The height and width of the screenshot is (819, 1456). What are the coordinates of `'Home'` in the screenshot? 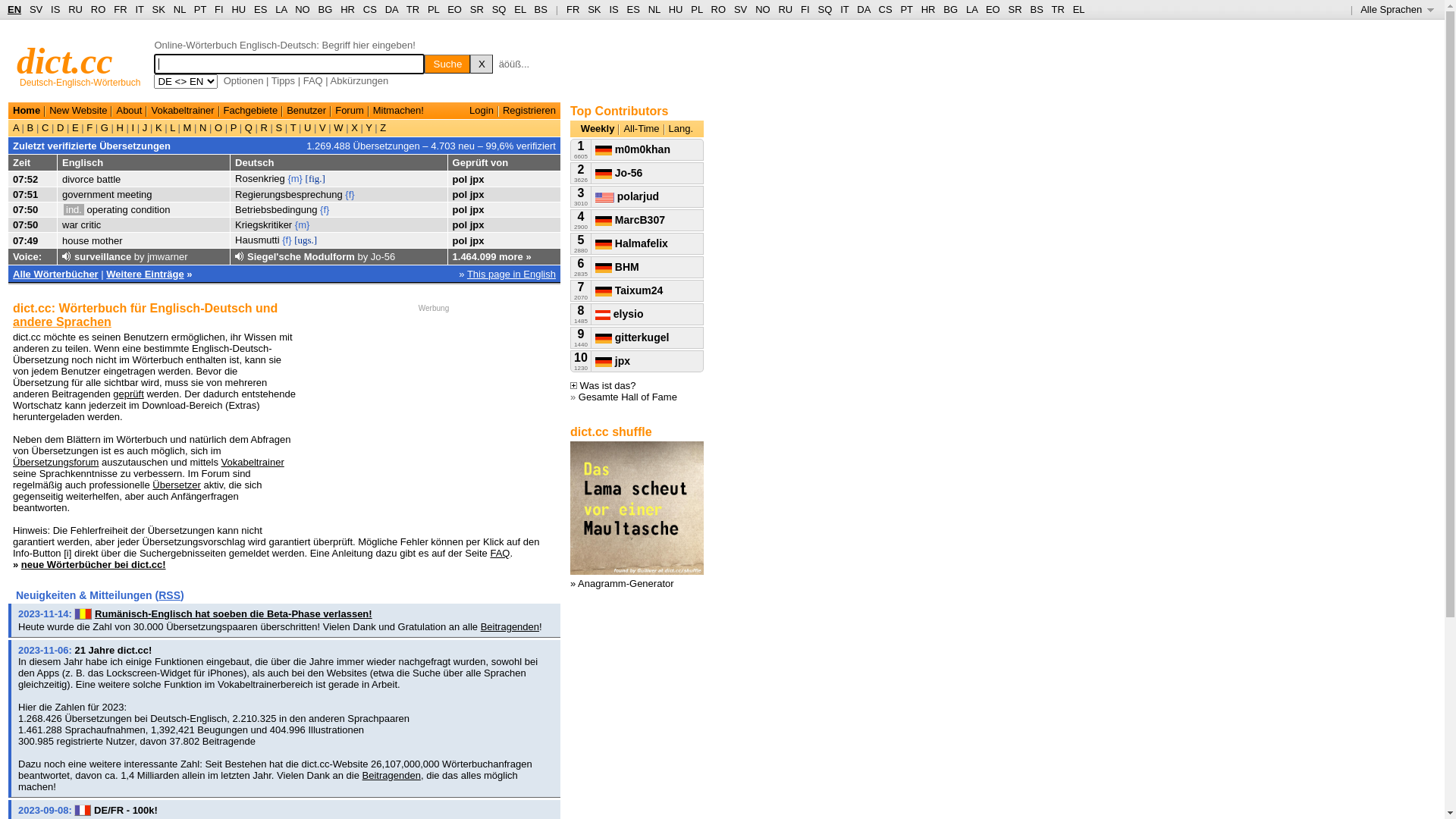 It's located at (13, 109).